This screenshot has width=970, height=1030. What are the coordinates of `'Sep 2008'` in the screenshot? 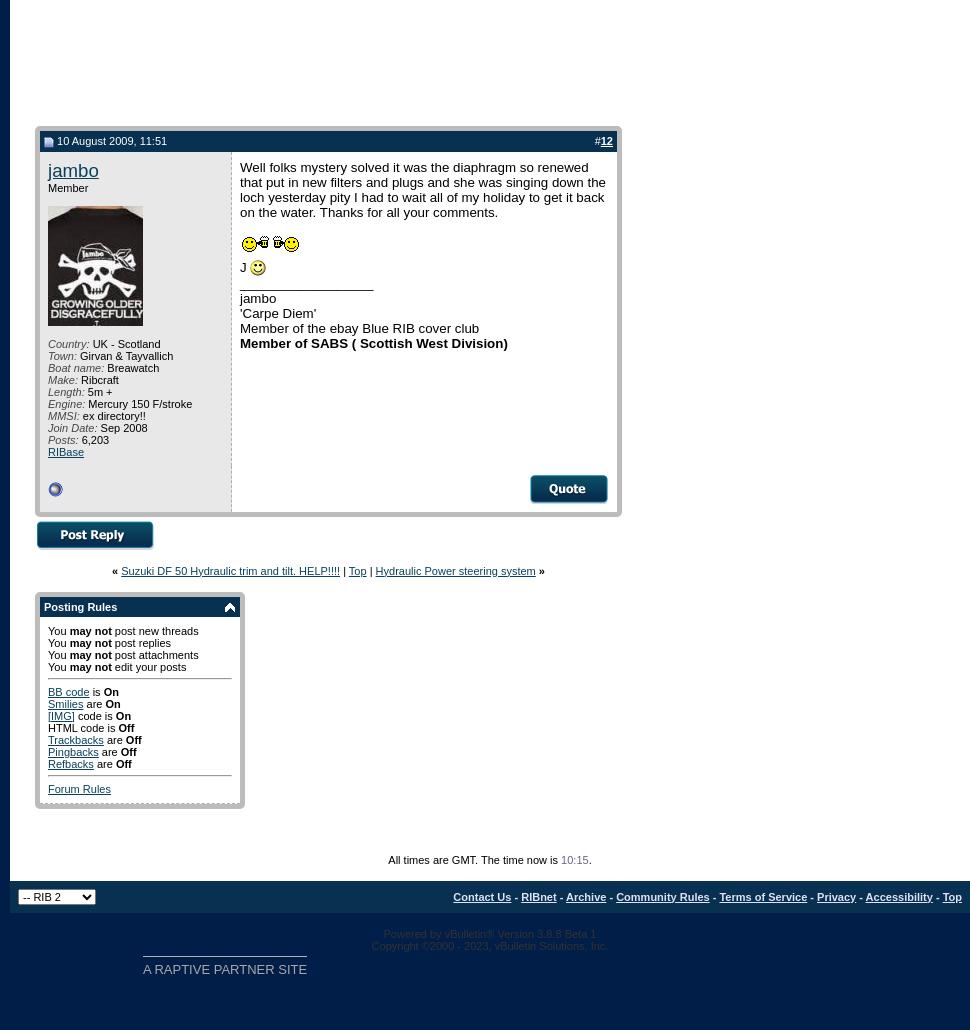 It's located at (122, 427).